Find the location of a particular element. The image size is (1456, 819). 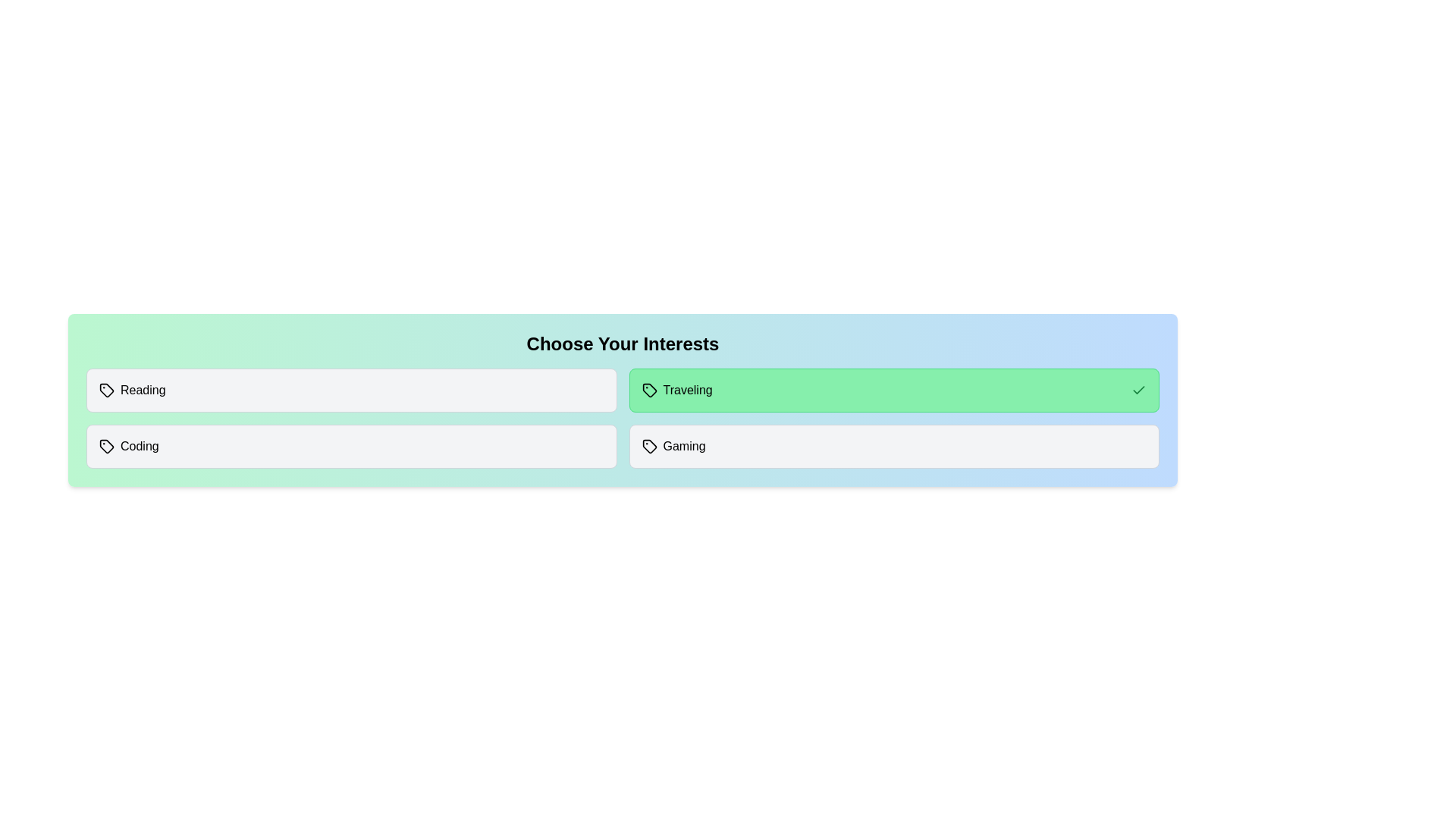

the interest item Gaming is located at coordinates (894, 446).